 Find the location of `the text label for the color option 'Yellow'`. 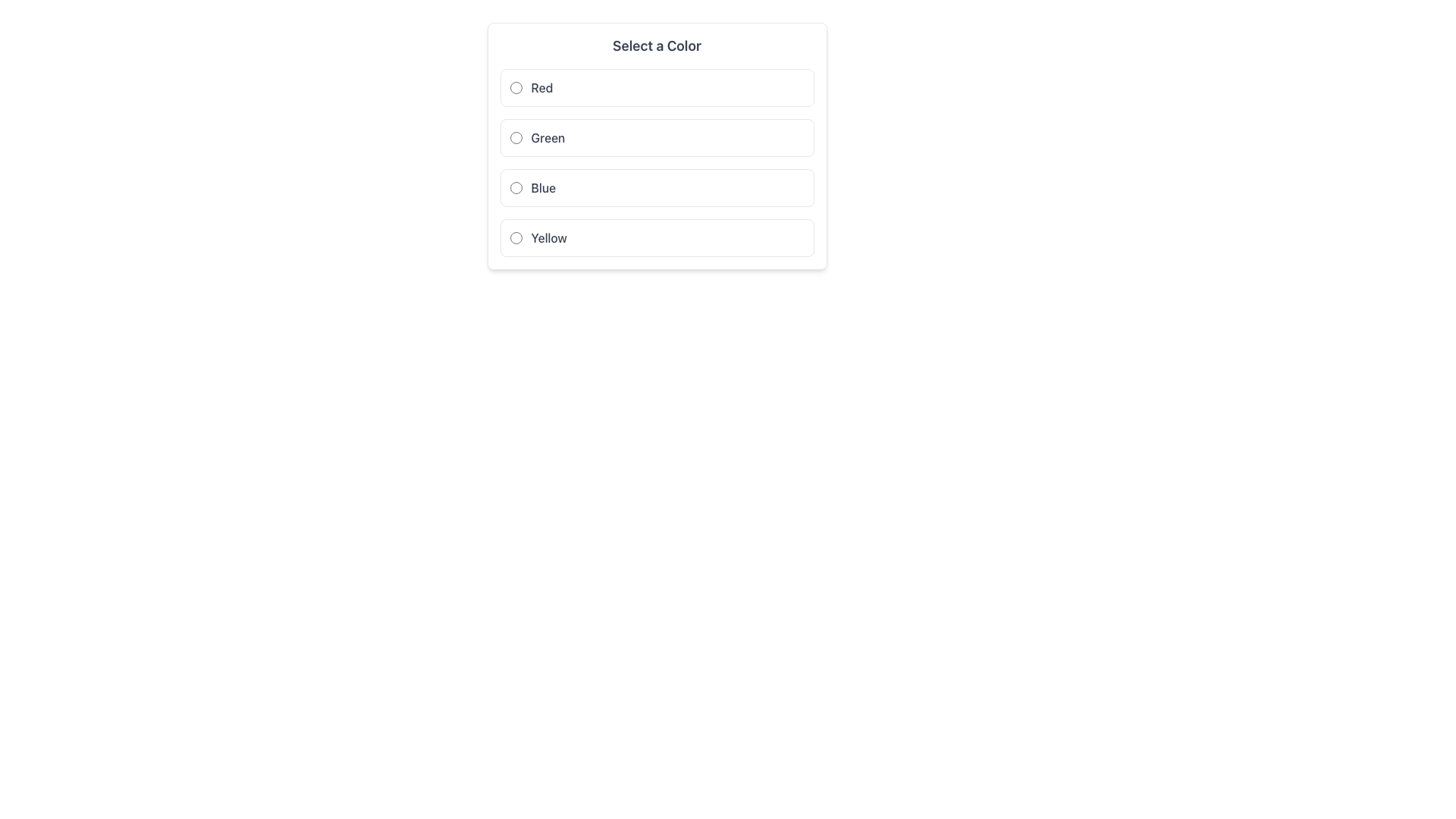

the text label for the color option 'Yellow' is located at coordinates (548, 237).